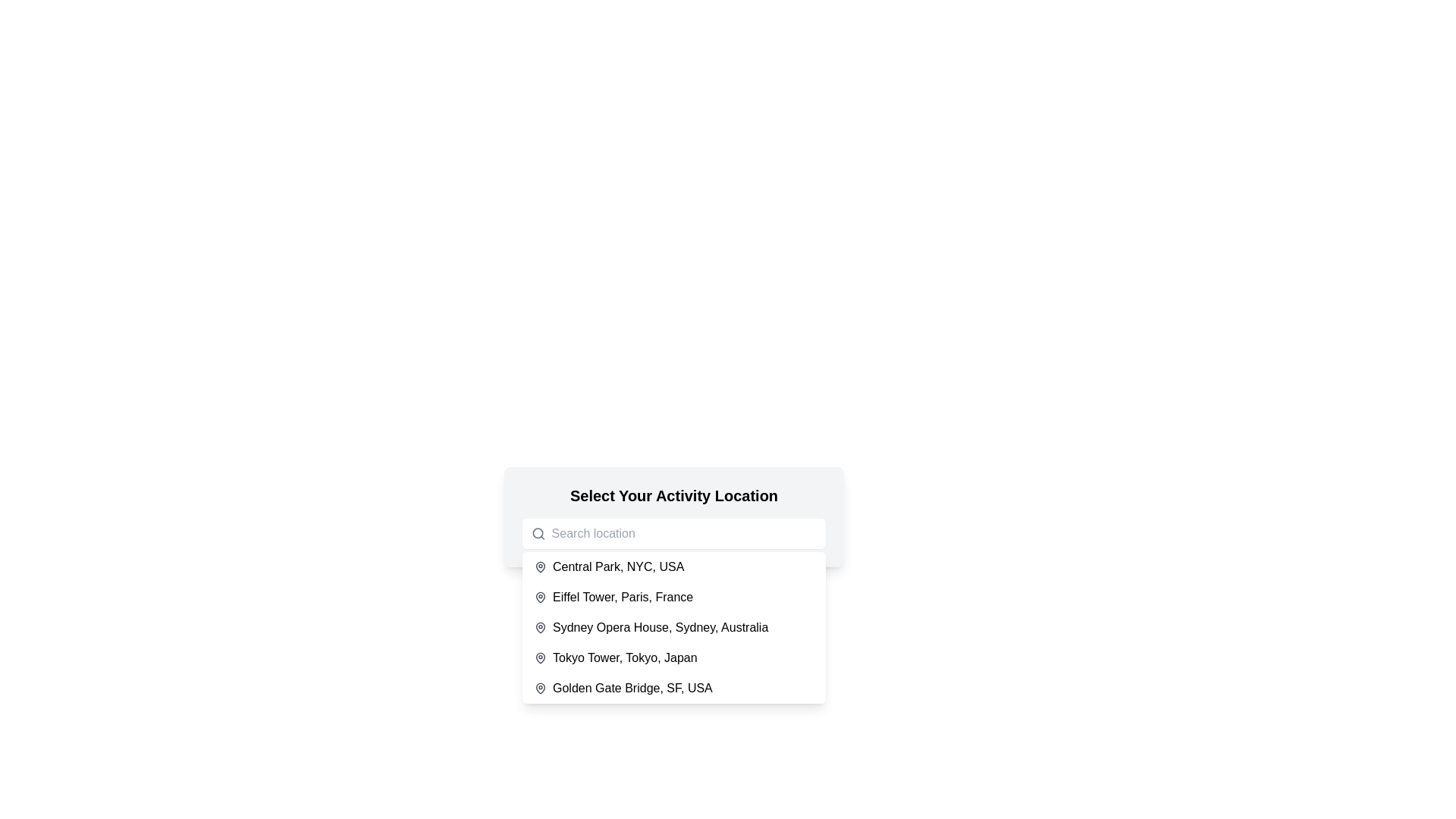  What do you see at coordinates (632, 688) in the screenshot?
I see `the fifth item in the dropdown menu` at bounding box center [632, 688].